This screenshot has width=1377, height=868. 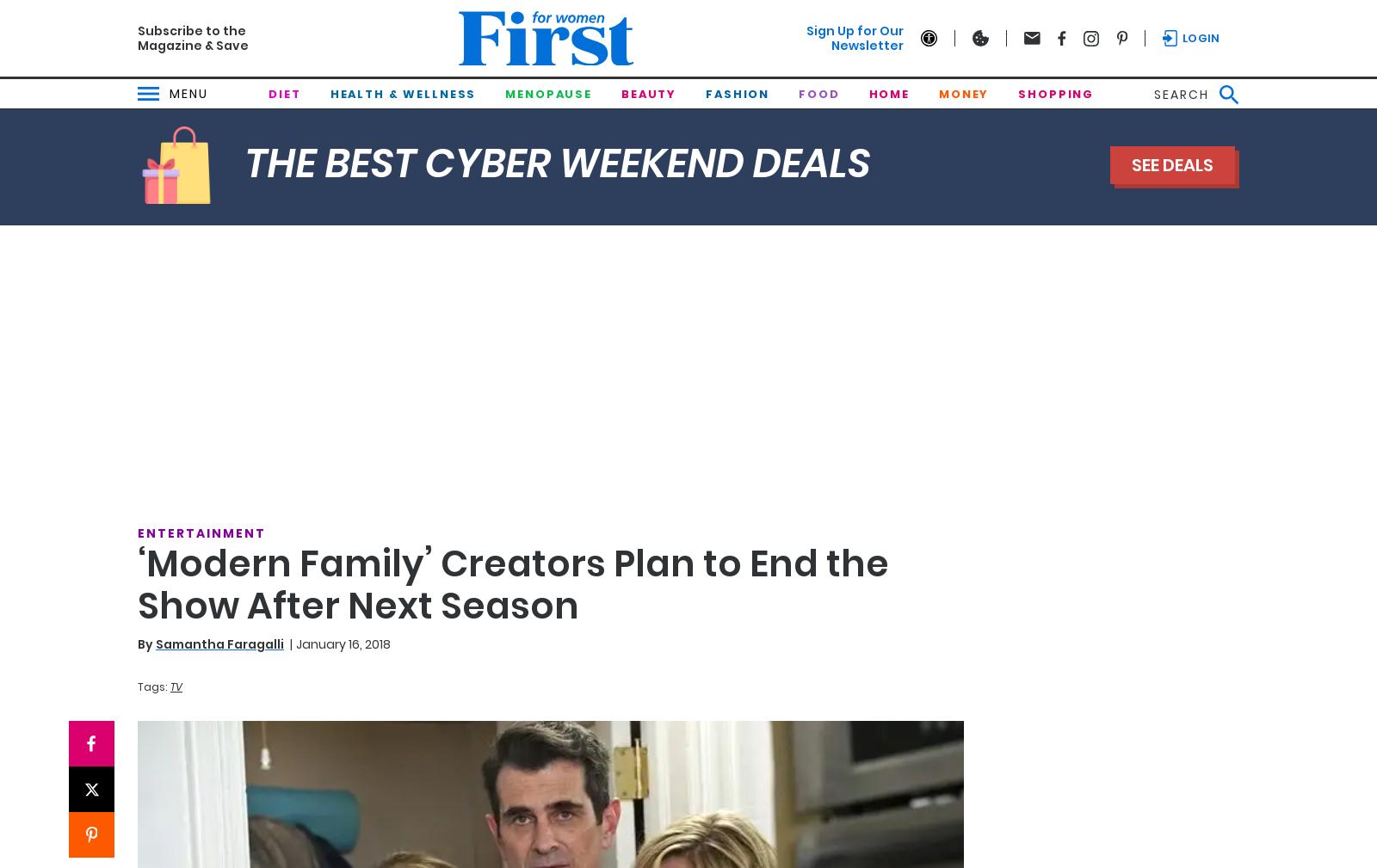 I want to click on 'See Deals', so click(x=1171, y=164).